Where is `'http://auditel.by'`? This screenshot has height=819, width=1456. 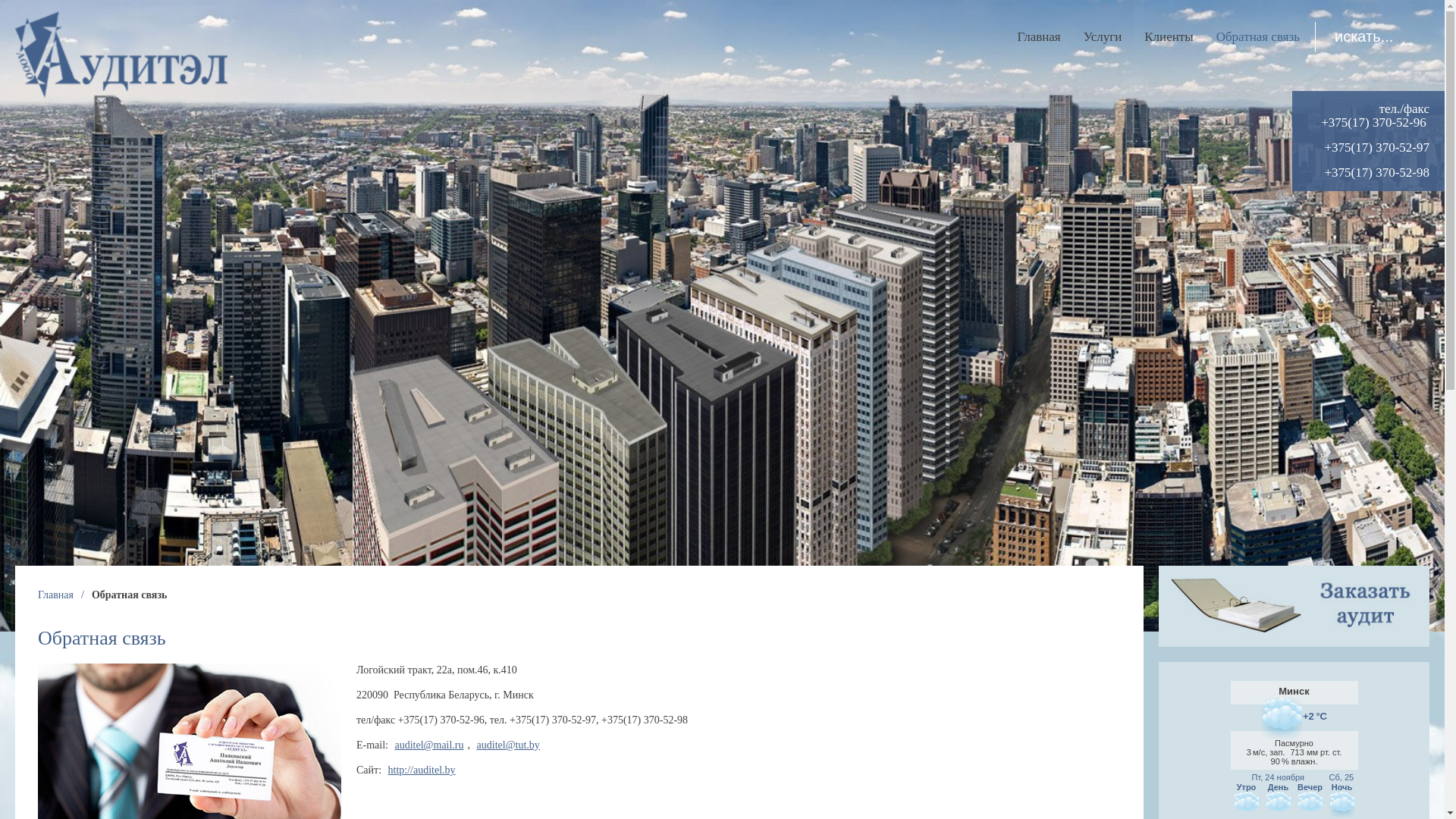
'http://auditel.by' is located at coordinates (422, 770).